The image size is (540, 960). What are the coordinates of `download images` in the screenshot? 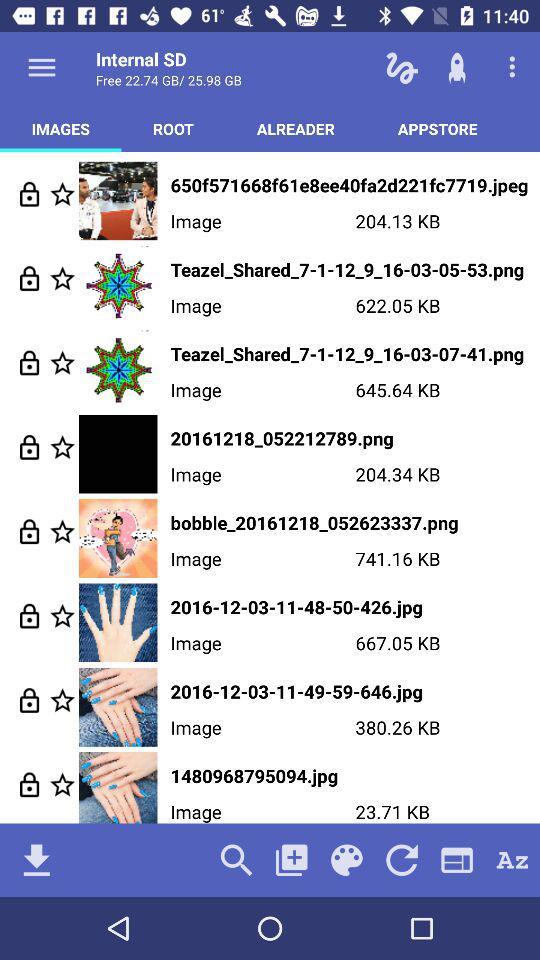 It's located at (36, 859).